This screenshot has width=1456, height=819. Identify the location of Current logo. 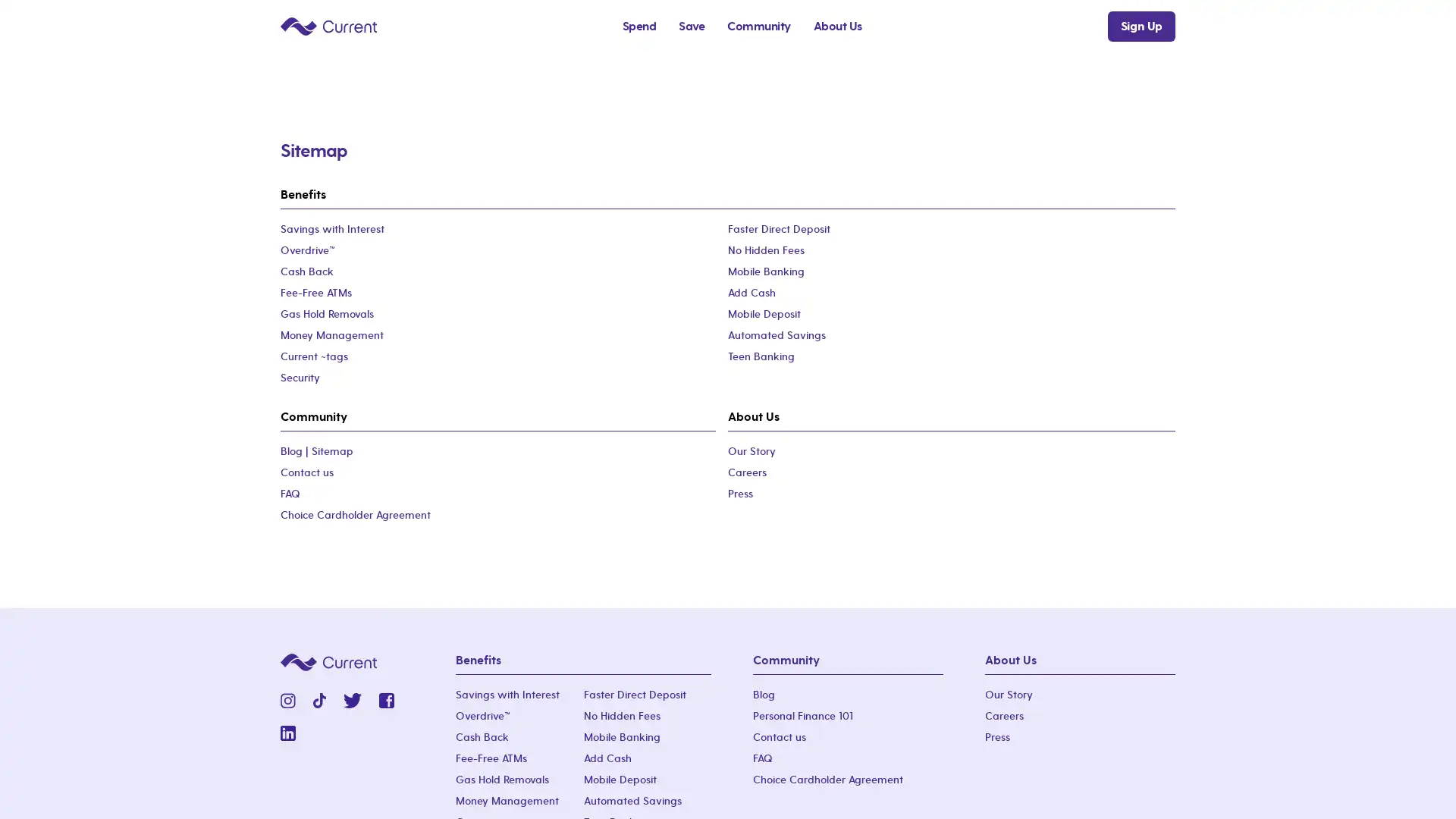
(328, 25).